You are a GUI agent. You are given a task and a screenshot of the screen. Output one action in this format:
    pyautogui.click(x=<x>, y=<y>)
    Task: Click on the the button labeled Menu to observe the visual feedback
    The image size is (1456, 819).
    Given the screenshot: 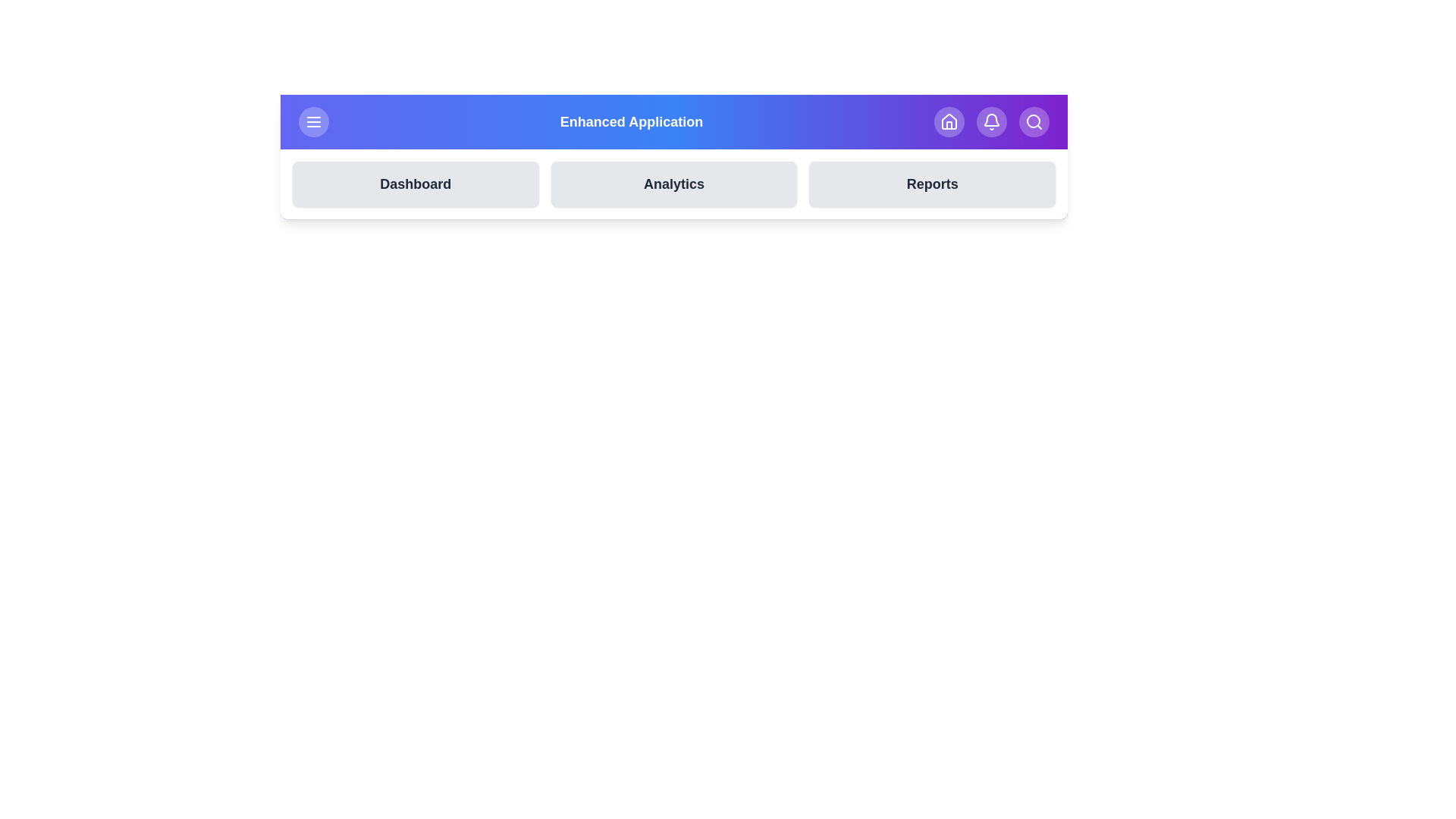 What is the action you would take?
    pyautogui.click(x=312, y=121)
    